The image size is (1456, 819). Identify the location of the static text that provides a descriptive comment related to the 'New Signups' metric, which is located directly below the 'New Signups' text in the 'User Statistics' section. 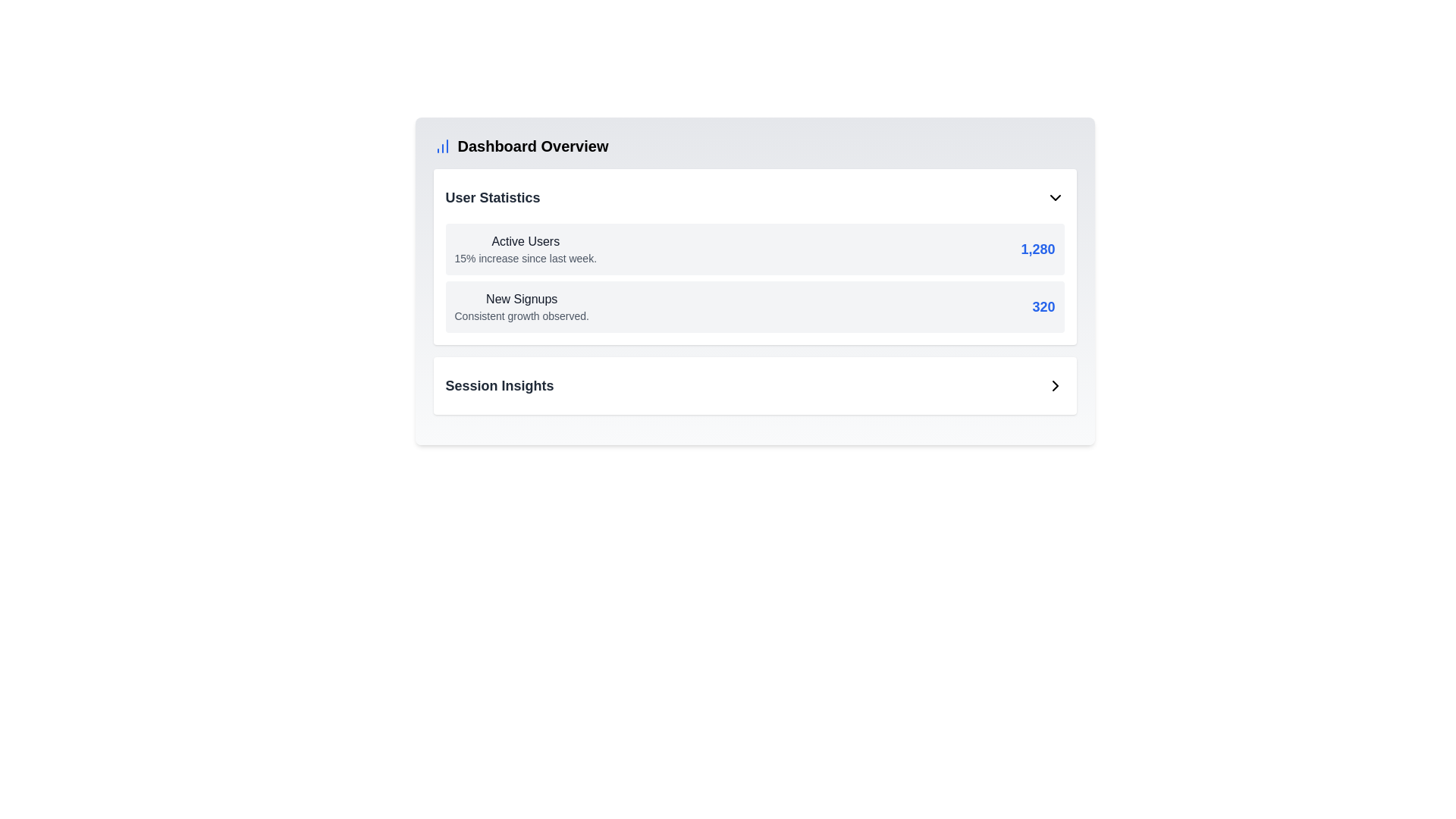
(522, 315).